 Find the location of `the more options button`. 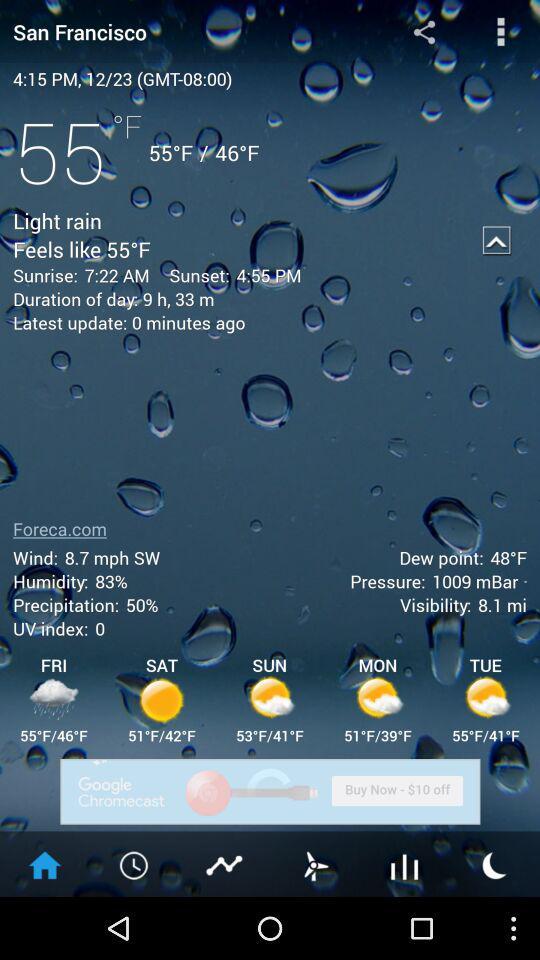

the more options button is located at coordinates (500, 30).